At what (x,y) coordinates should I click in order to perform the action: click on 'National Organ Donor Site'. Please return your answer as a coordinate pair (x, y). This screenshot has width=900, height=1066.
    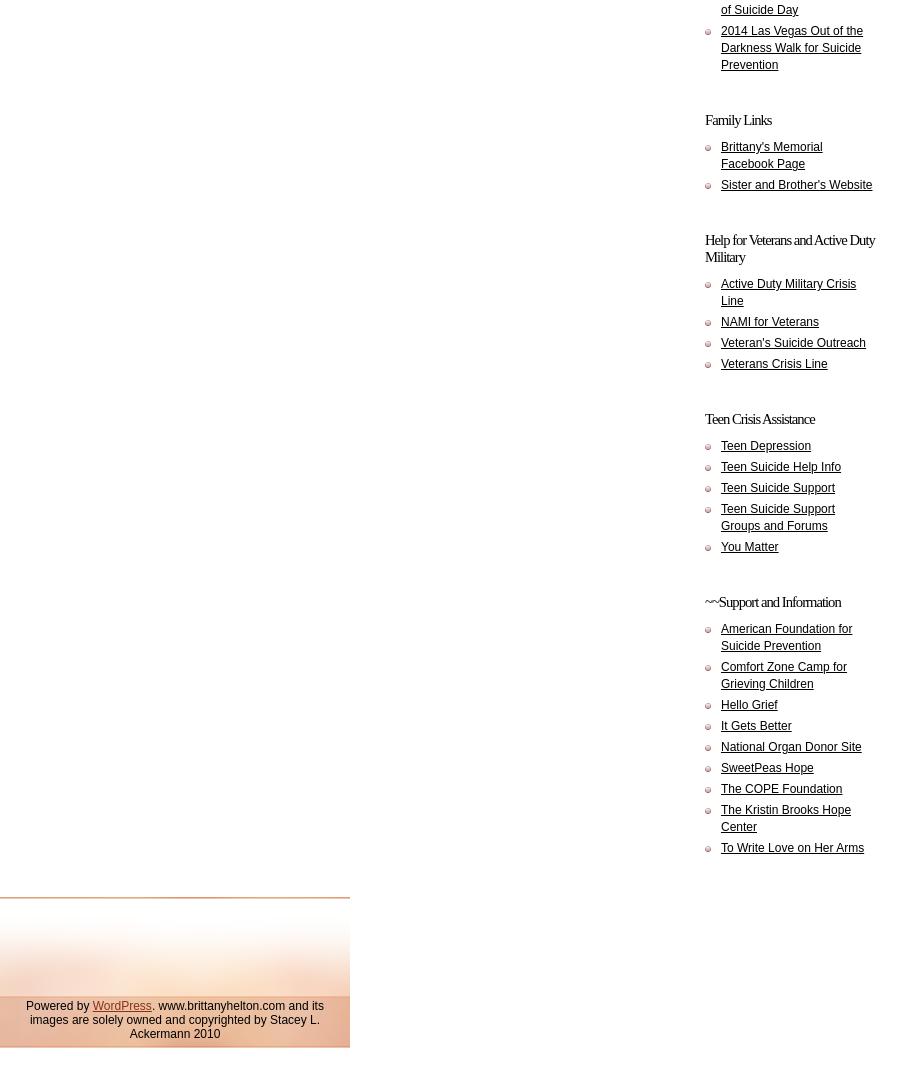
    Looking at the image, I should click on (719, 746).